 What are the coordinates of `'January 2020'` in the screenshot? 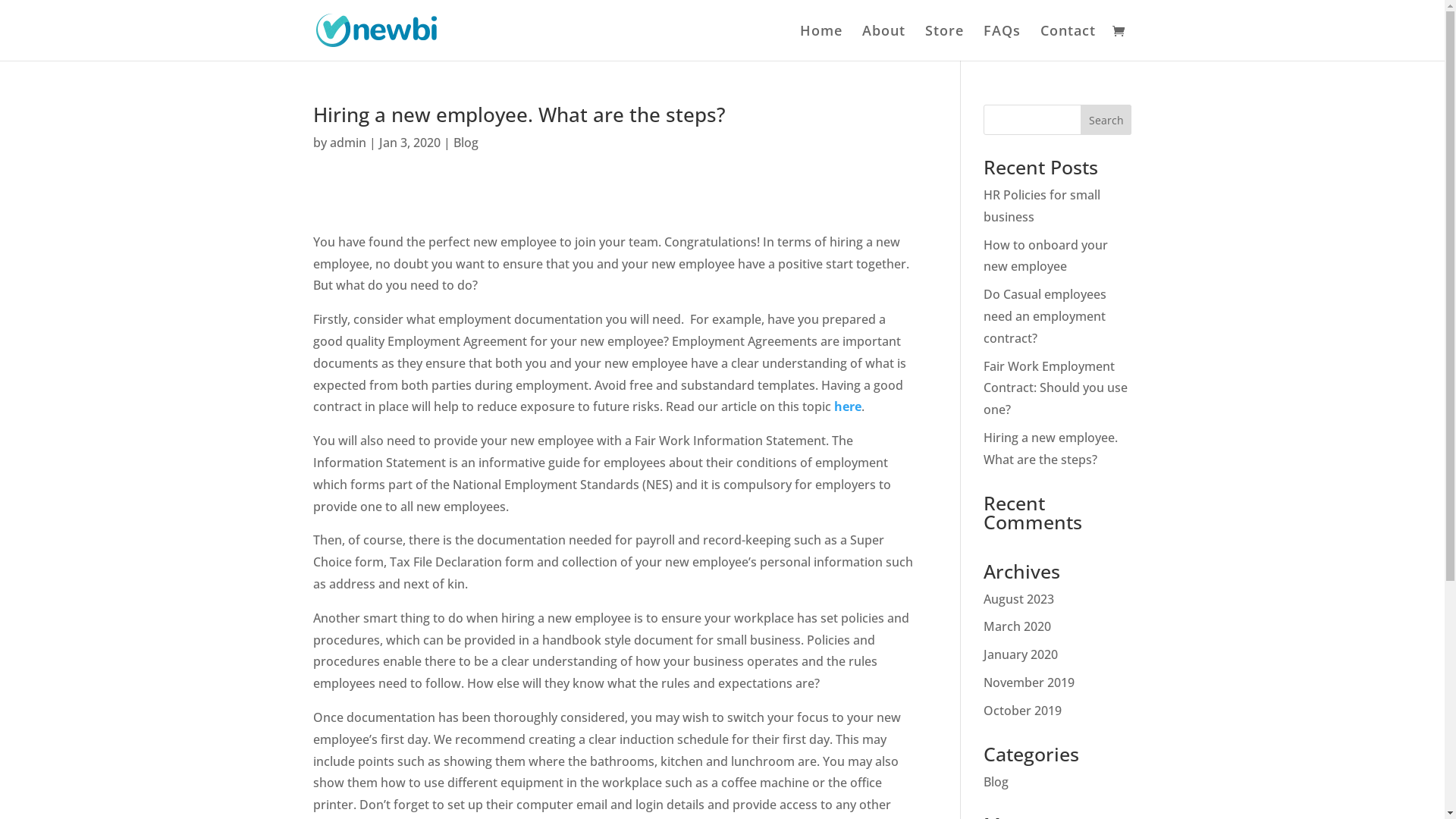 It's located at (1020, 654).